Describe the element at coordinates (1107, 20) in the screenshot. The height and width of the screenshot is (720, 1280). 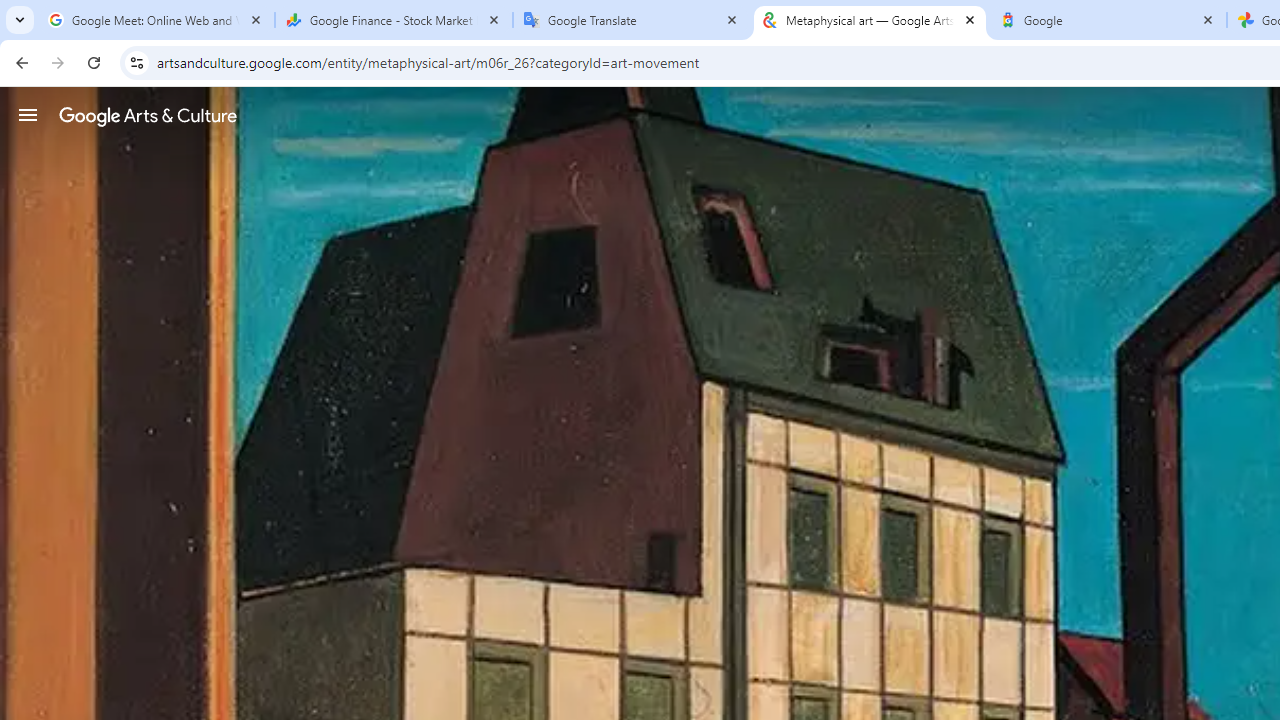
I see `'Google'` at that location.